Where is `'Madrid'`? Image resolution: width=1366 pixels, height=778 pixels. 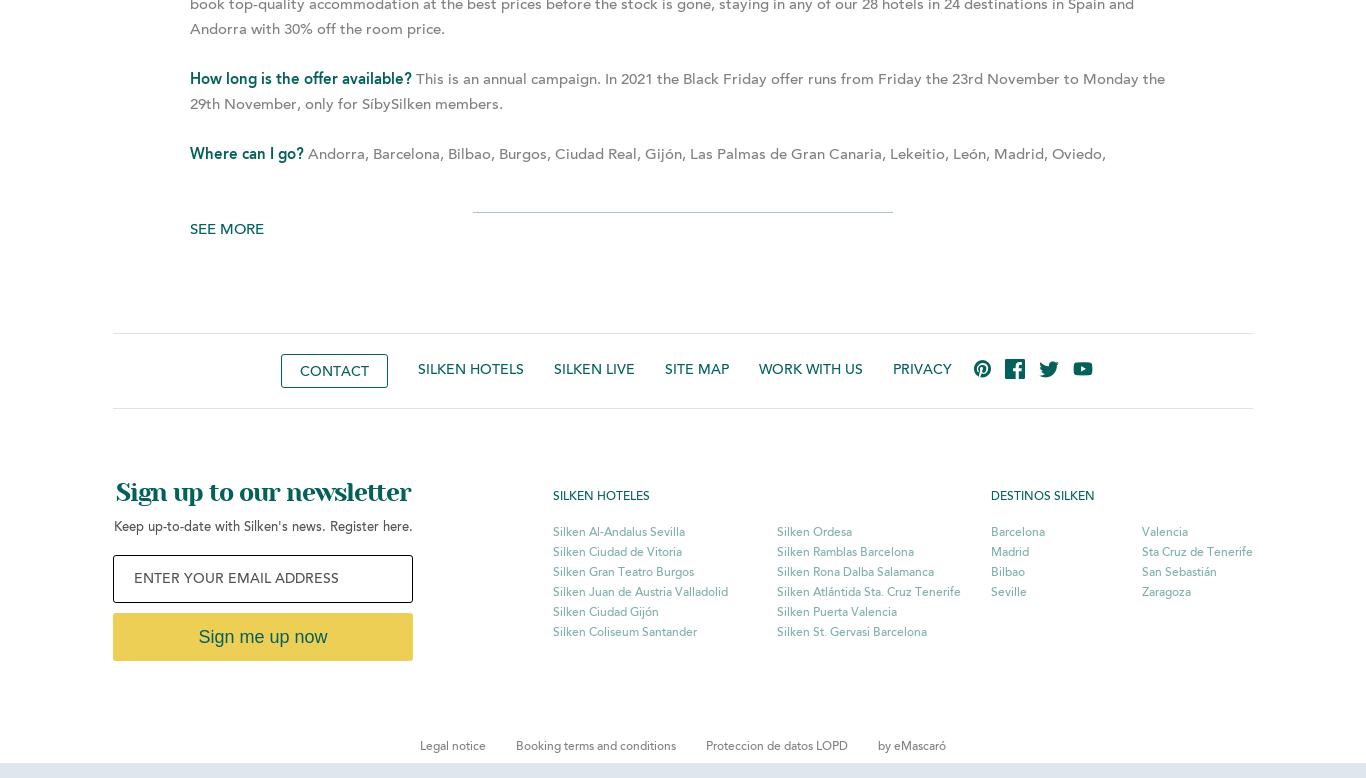 'Madrid' is located at coordinates (1010, 553).